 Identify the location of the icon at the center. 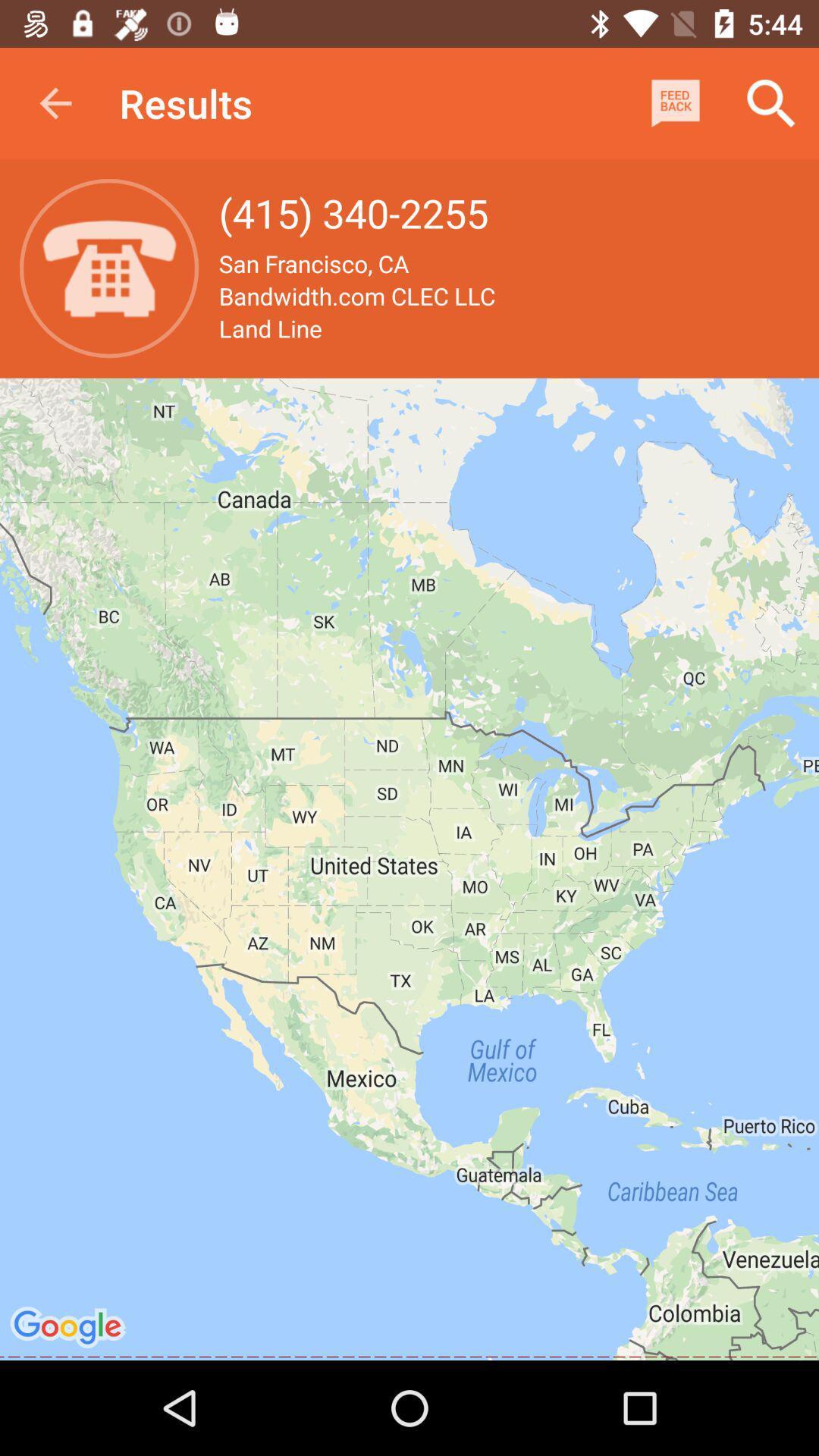
(409, 869).